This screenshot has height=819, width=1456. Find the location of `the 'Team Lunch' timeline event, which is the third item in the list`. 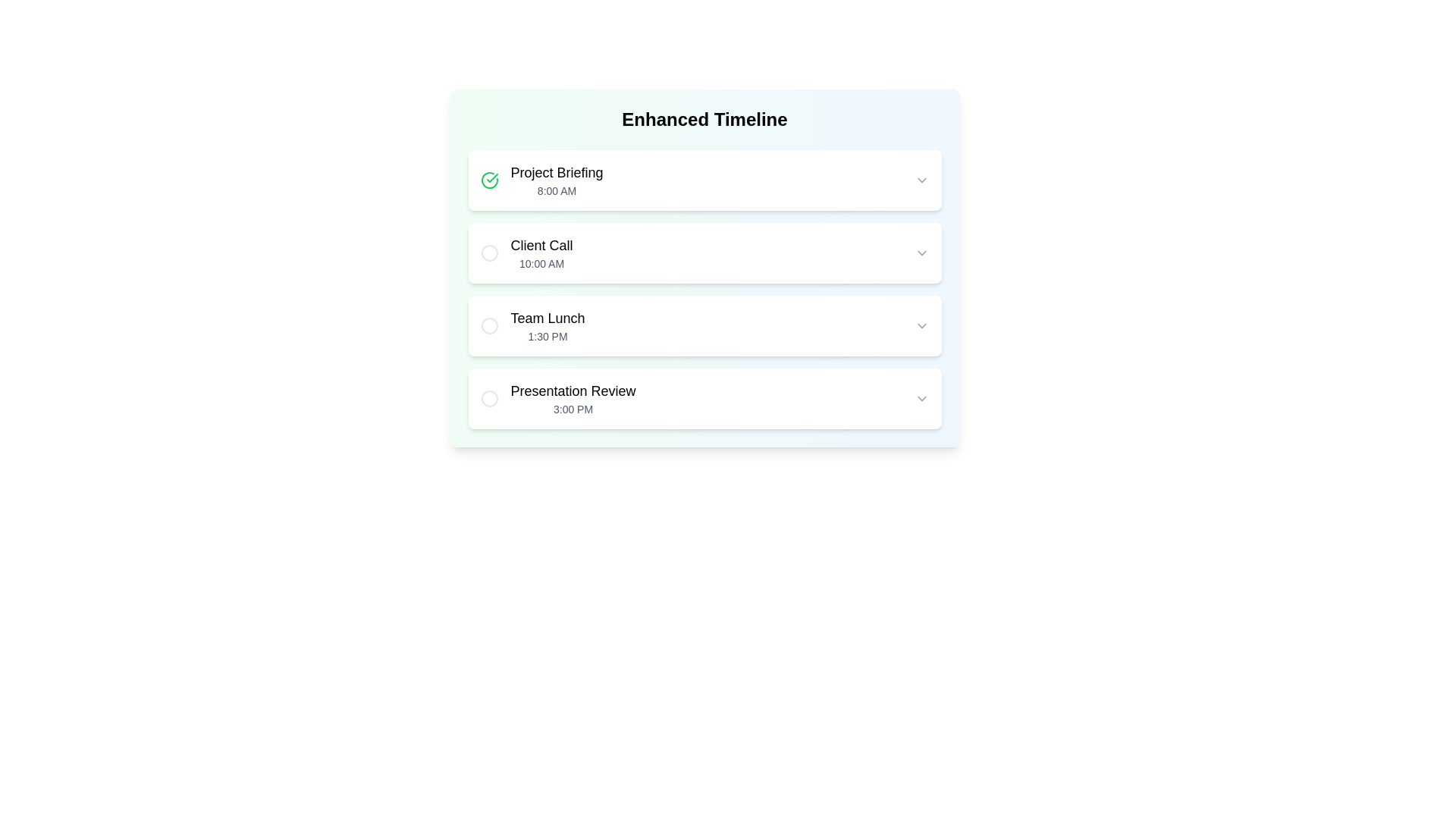

the 'Team Lunch' timeline event, which is the third item in the list is located at coordinates (704, 325).